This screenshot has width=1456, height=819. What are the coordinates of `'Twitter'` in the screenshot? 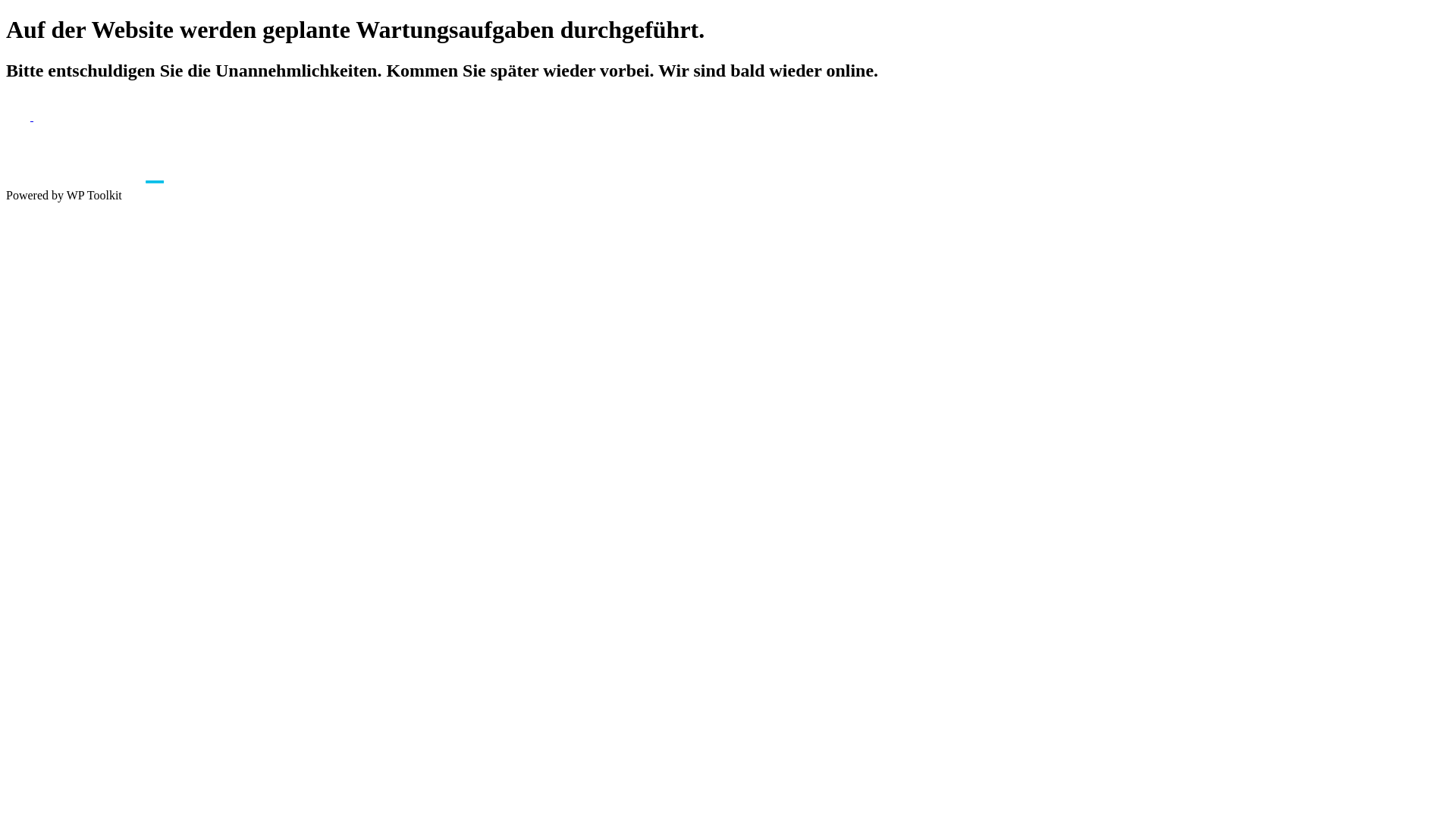 It's located at (33, 115).